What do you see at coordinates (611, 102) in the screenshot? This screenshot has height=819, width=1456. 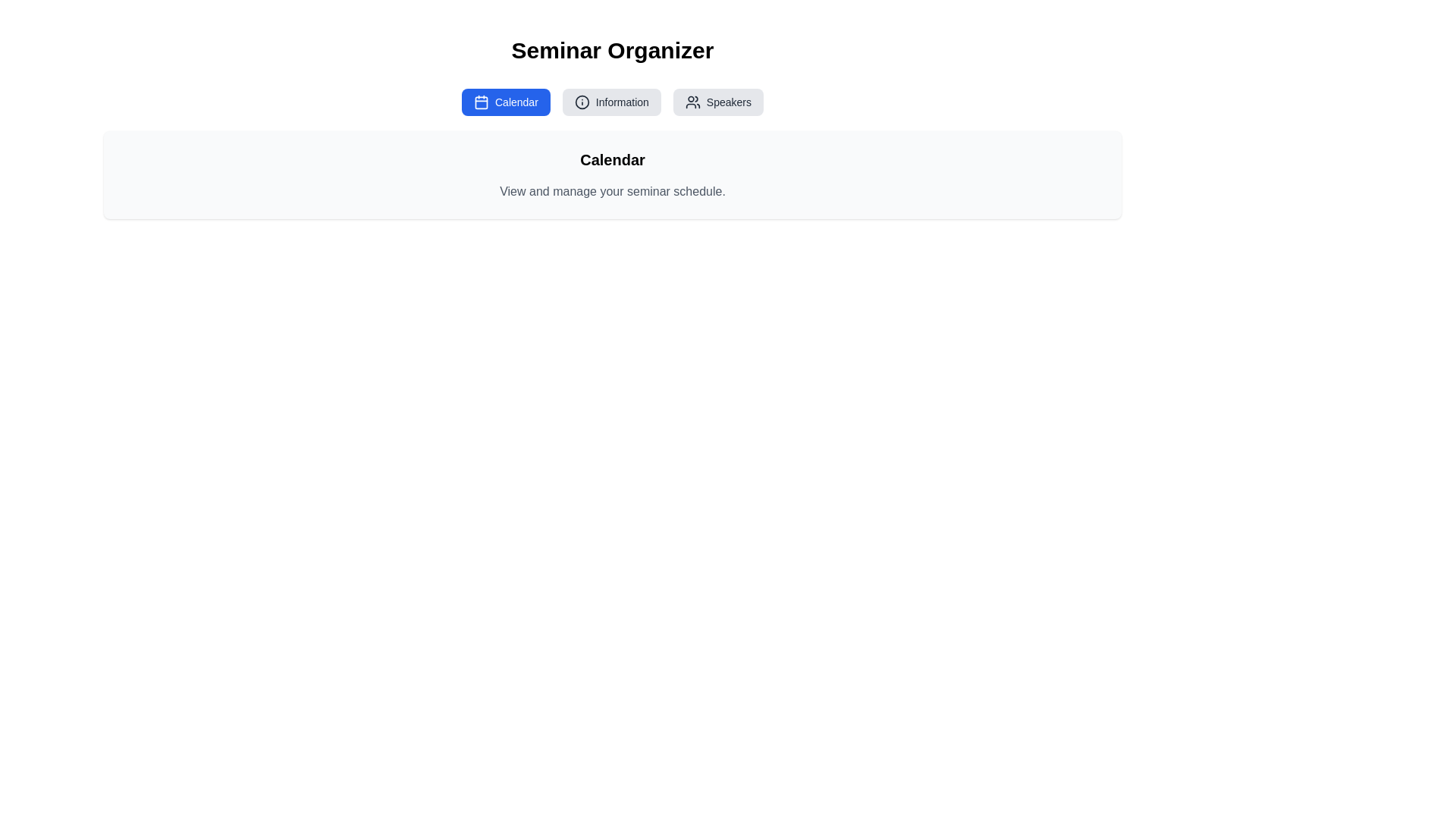 I see `the Information tab` at bounding box center [611, 102].